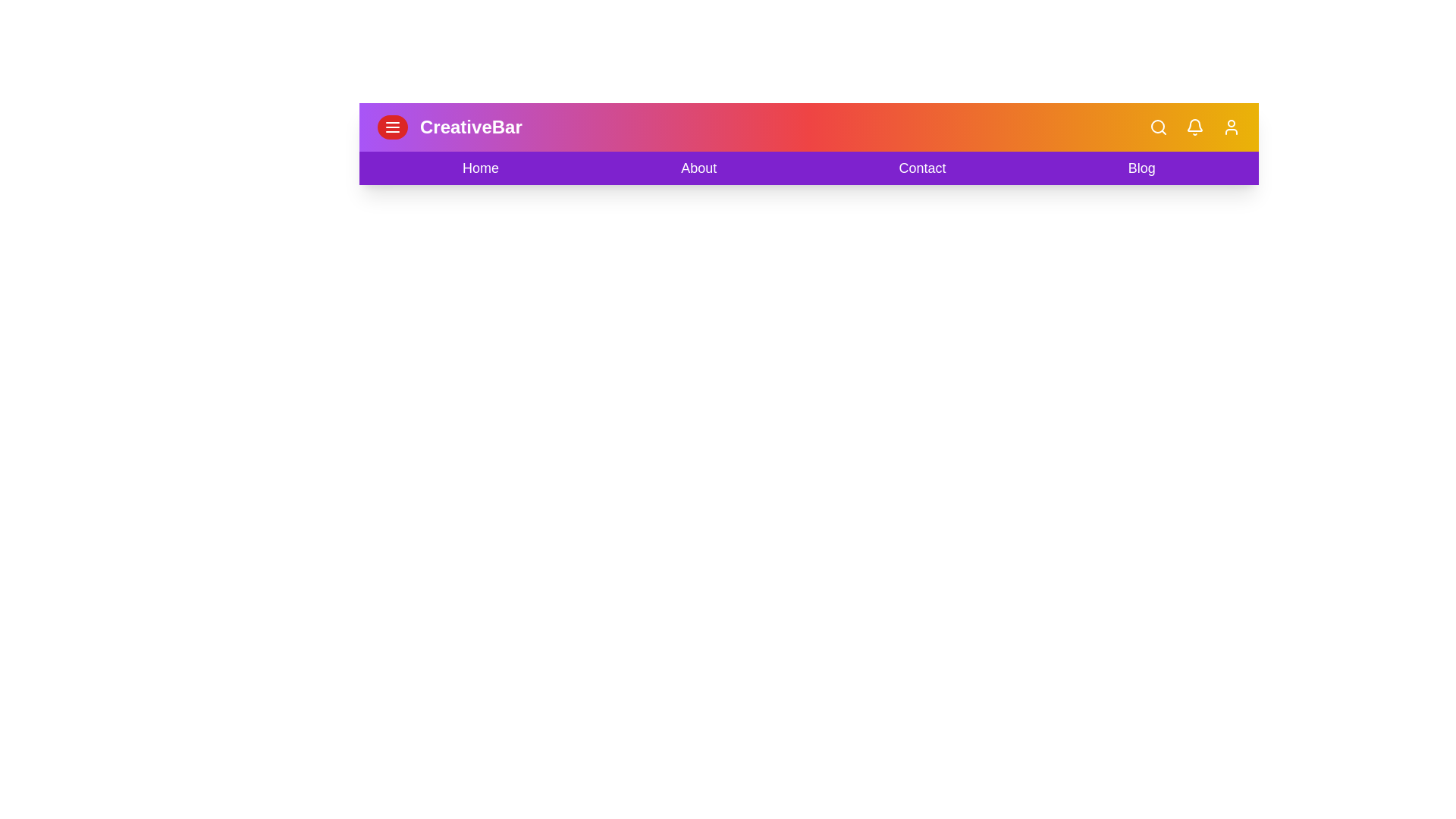  I want to click on the menu item Blog to observe its hover effect, so click(1142, 168).